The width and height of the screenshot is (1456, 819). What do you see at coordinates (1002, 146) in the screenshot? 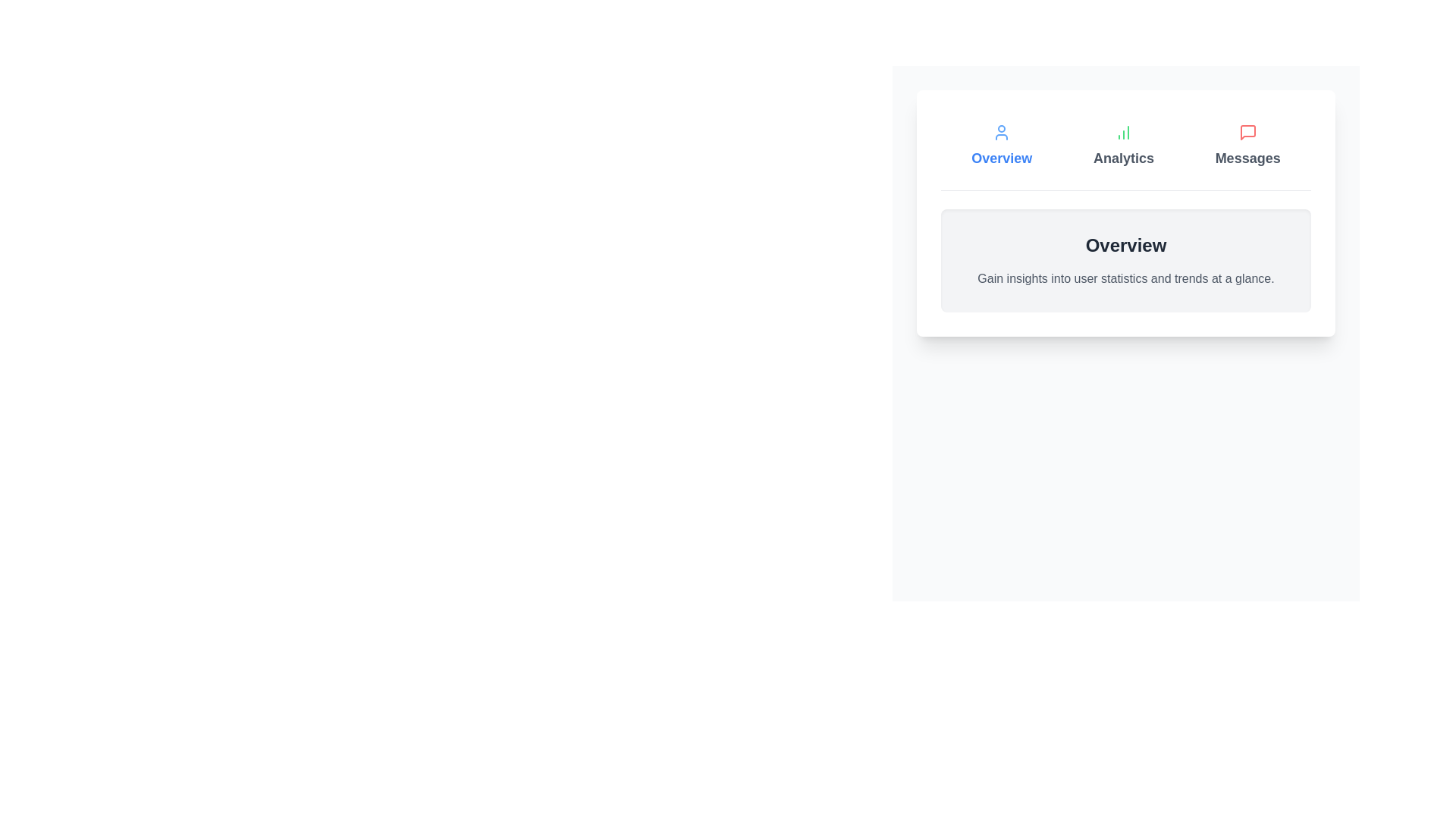
I see `the Overview tab` at bounding box center [1002, 146].